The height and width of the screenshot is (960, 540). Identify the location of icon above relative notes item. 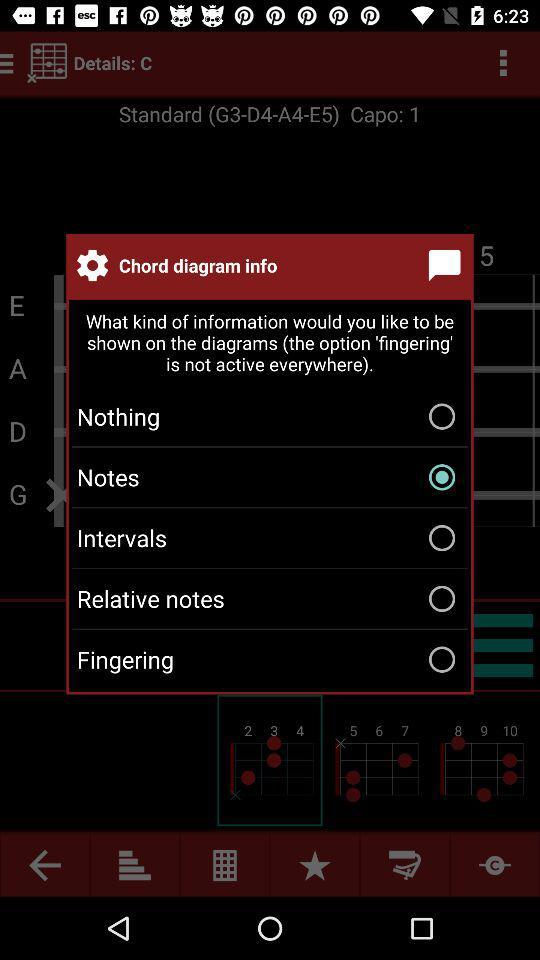
(270, 537).